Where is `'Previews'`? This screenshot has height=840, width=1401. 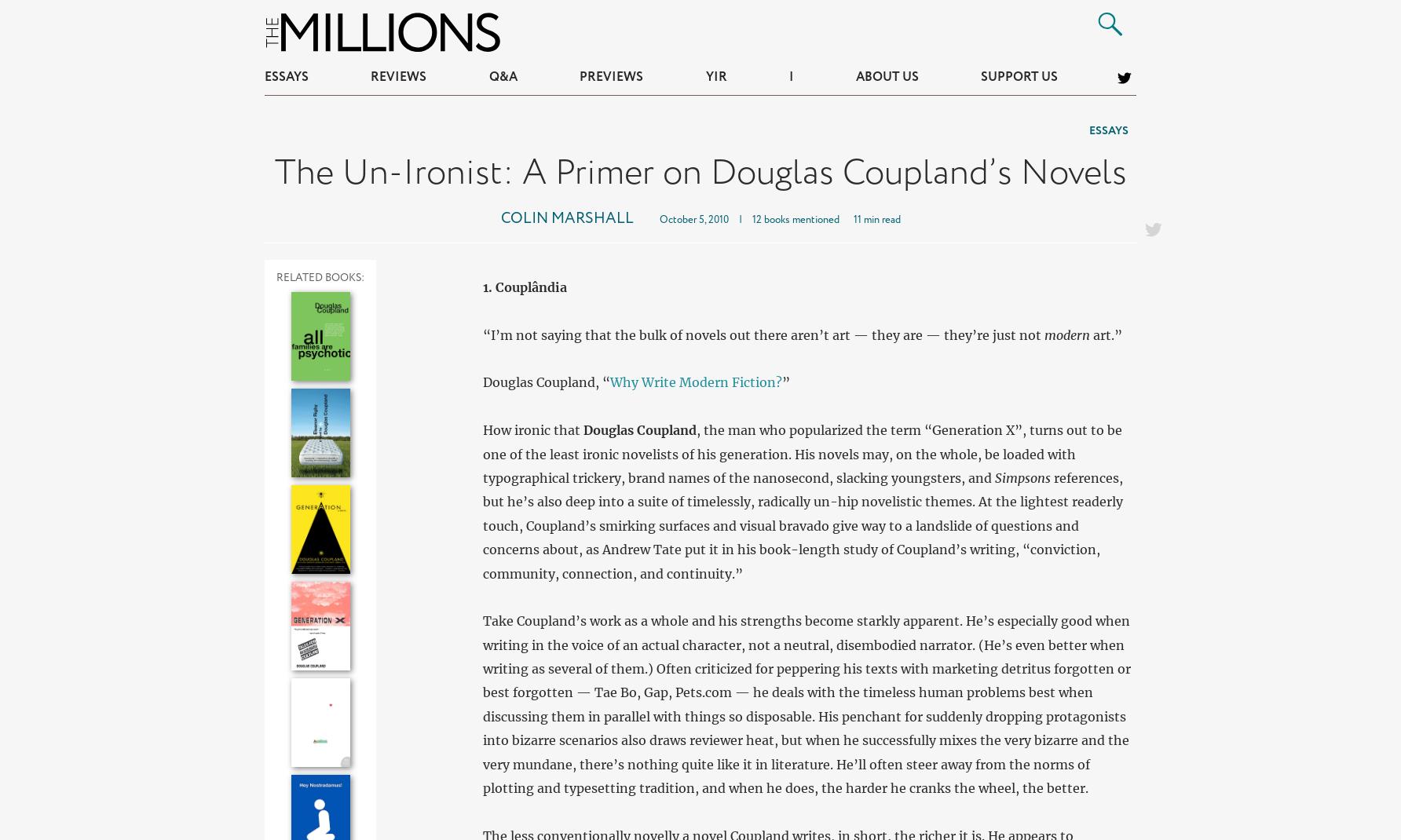 'Previews' is located at coordinates (611, 77).